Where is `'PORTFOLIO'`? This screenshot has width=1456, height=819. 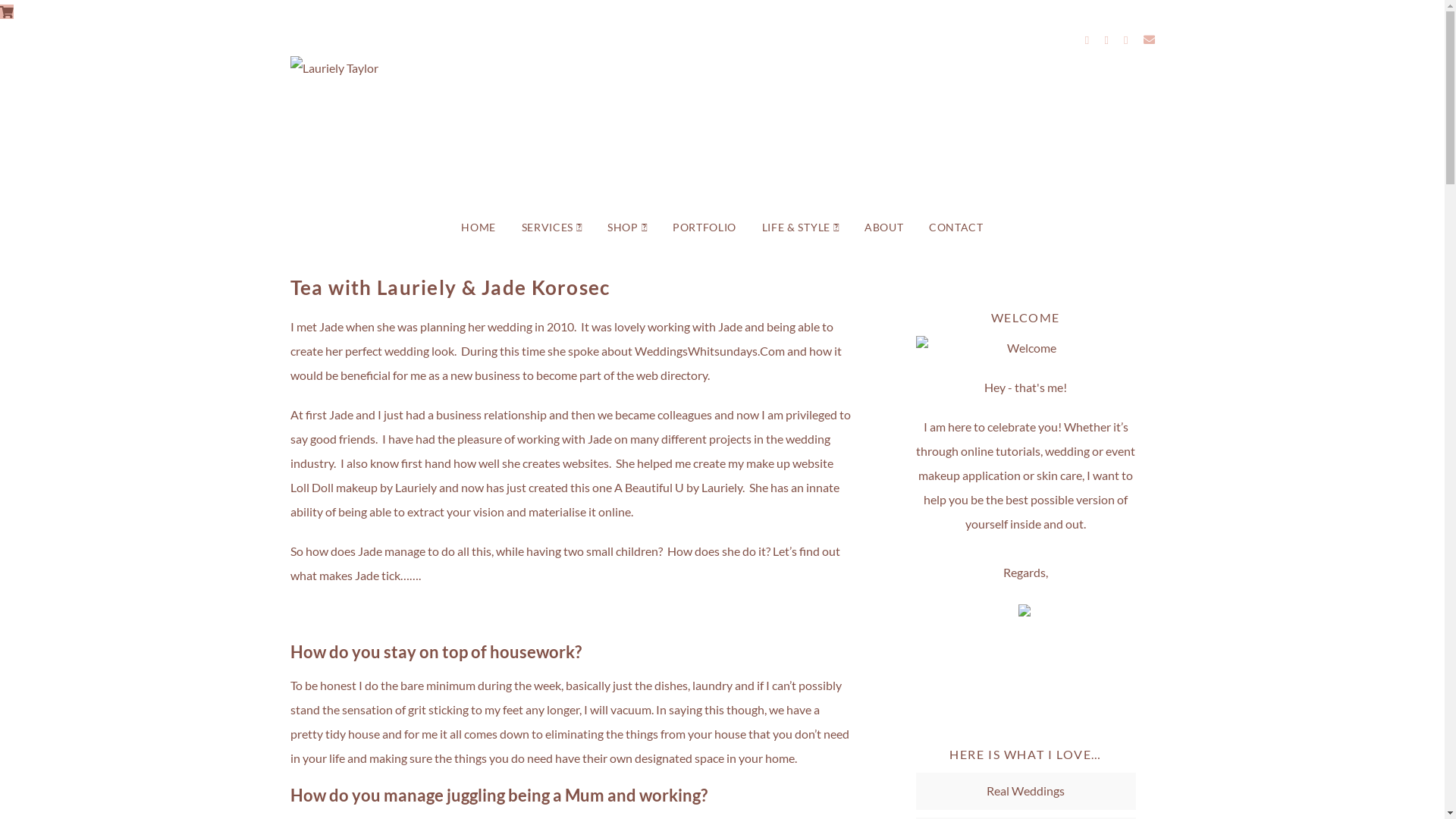
'PORTFOLIO' is located at coordinates (661, 227).